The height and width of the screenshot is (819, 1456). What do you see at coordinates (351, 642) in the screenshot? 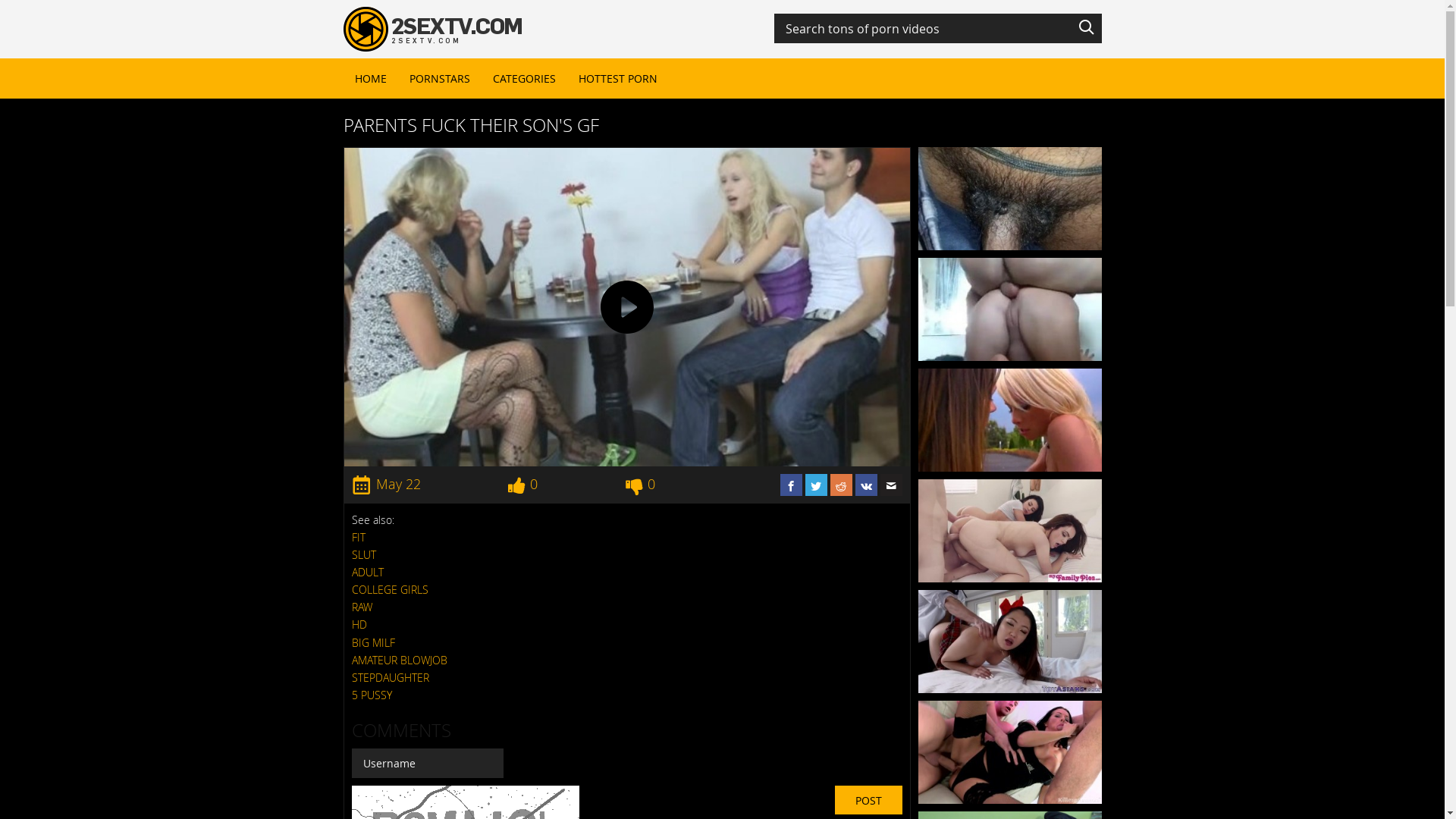
I see `'BIG MILF'` at bounding box center [351, 642].